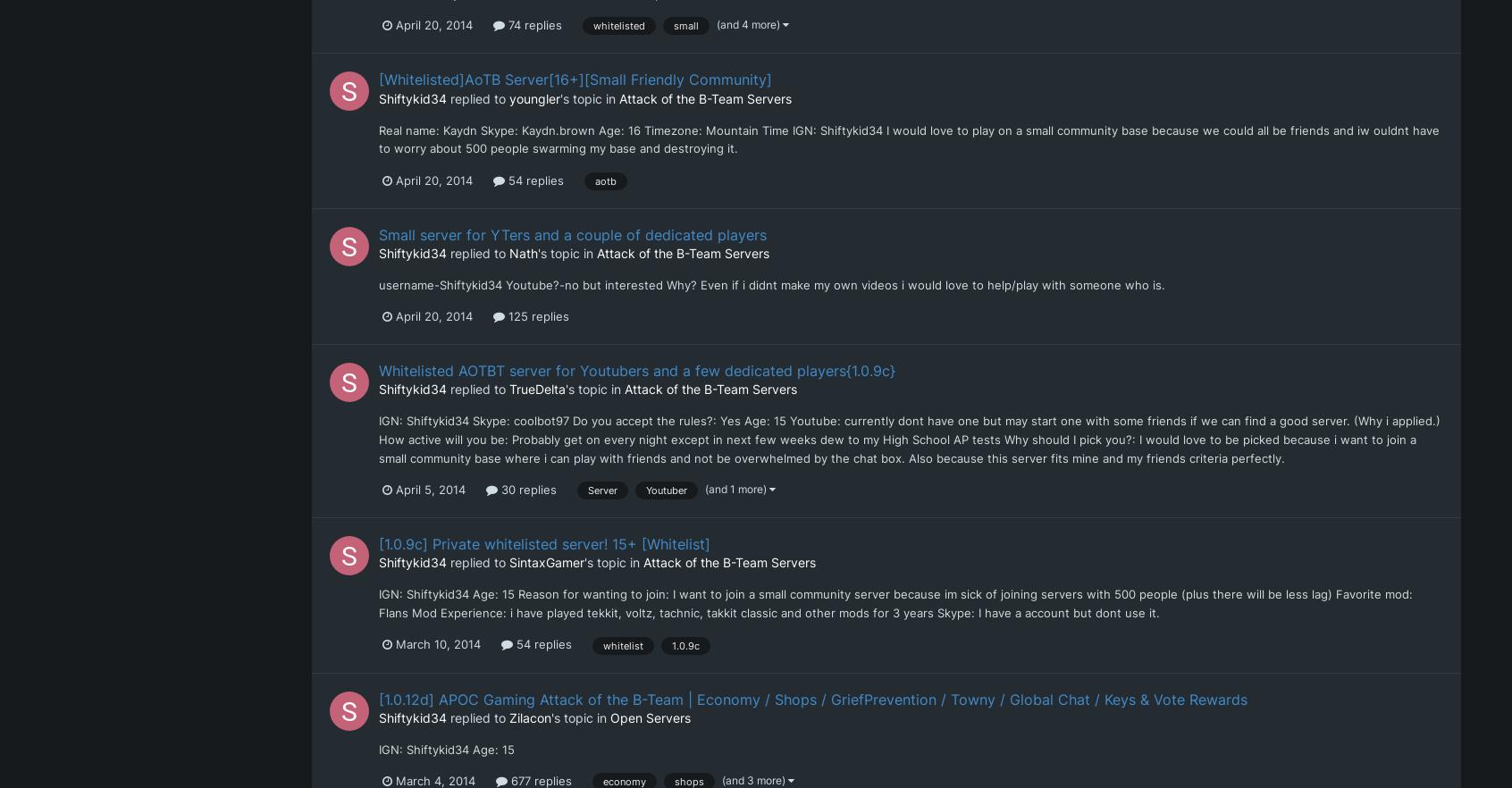 The height and width of the screenshot is (788, 1512). Describe the element at coordinates (437, 644) in the screenshot. I see `'March 10, 2014'` at that location.